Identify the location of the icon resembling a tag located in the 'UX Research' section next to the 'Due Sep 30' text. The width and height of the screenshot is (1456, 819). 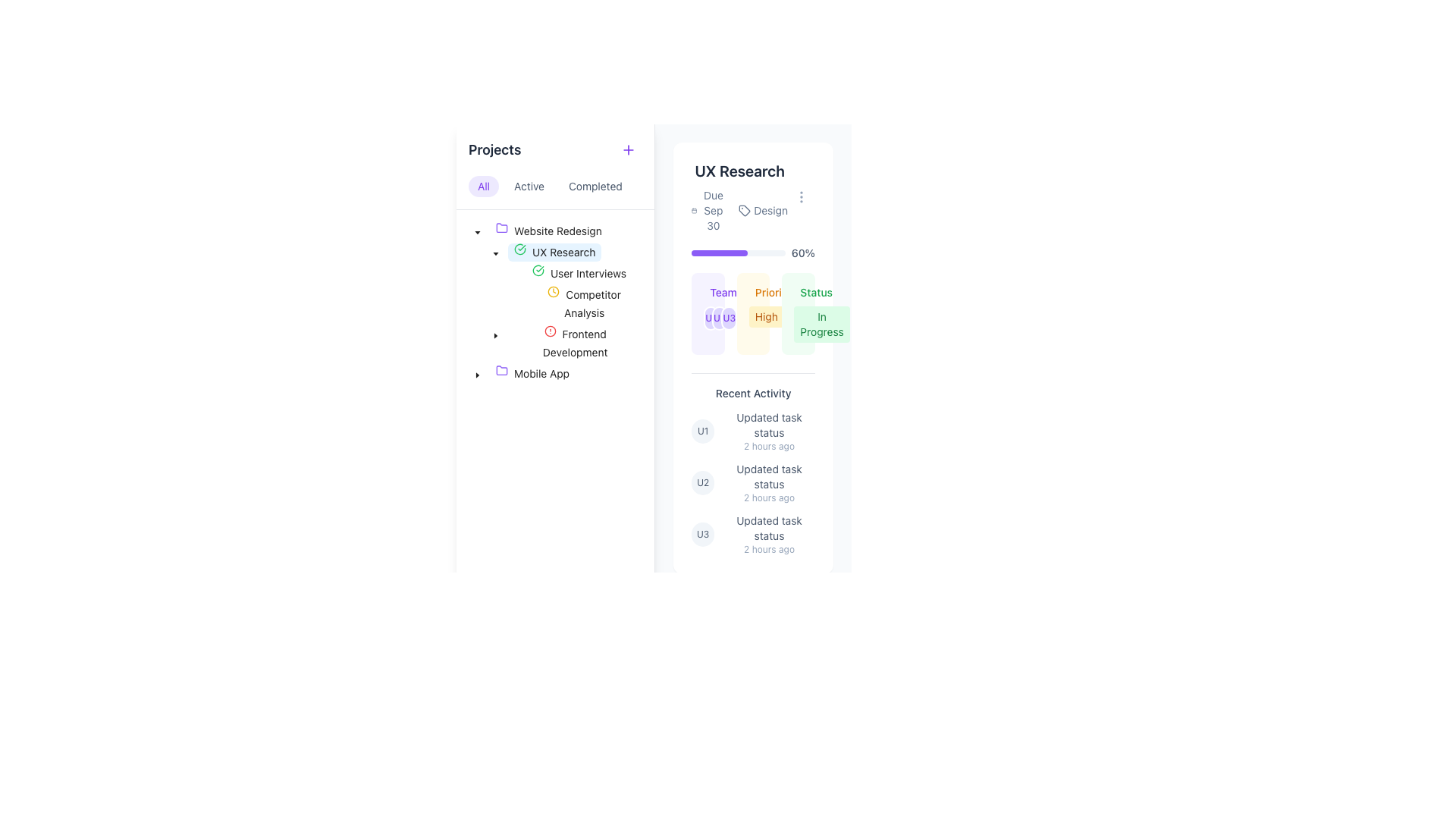
(745, 210).